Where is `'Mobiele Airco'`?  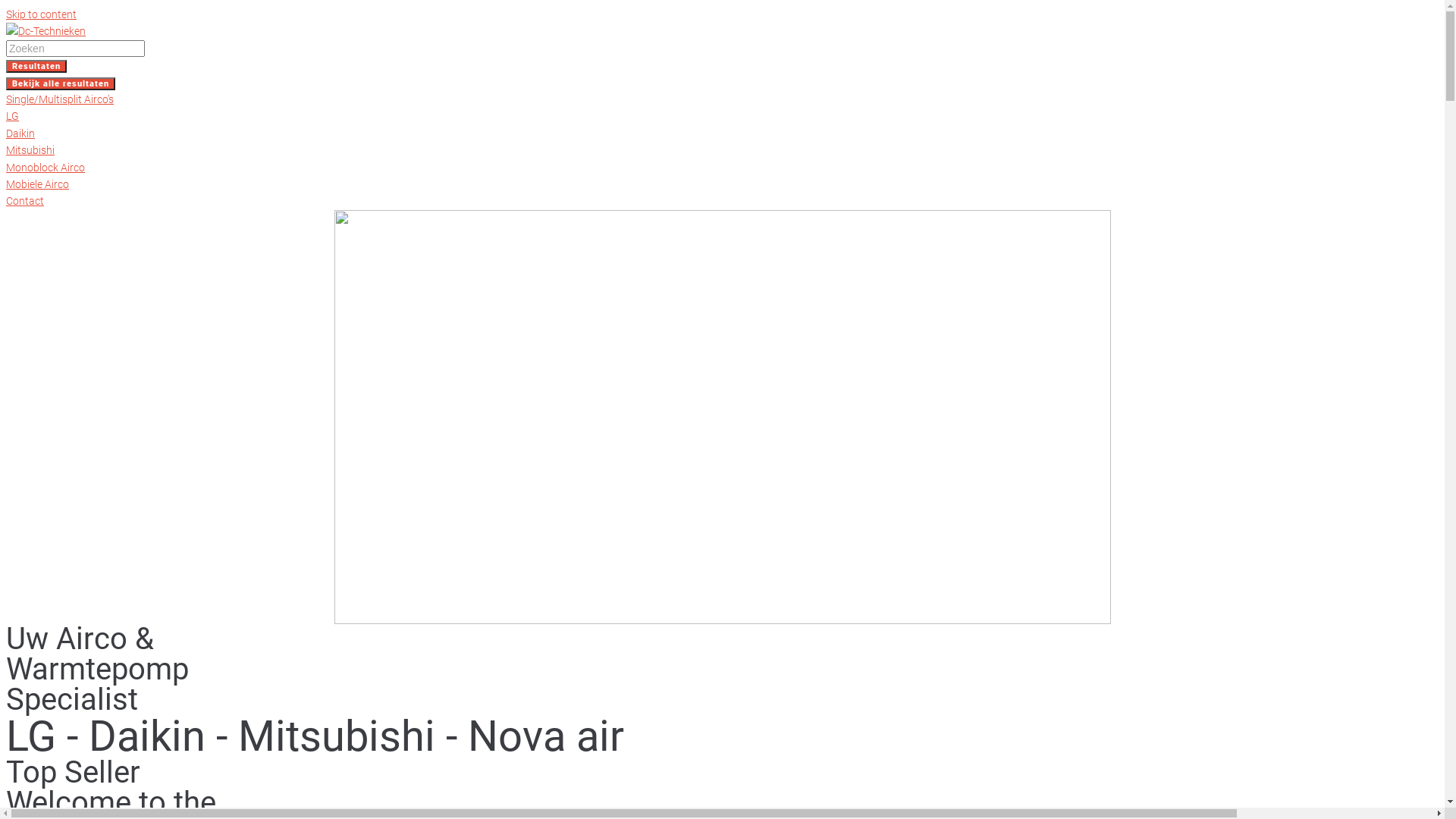
'Mobiele Airco' is located at coordinates (37, 184).